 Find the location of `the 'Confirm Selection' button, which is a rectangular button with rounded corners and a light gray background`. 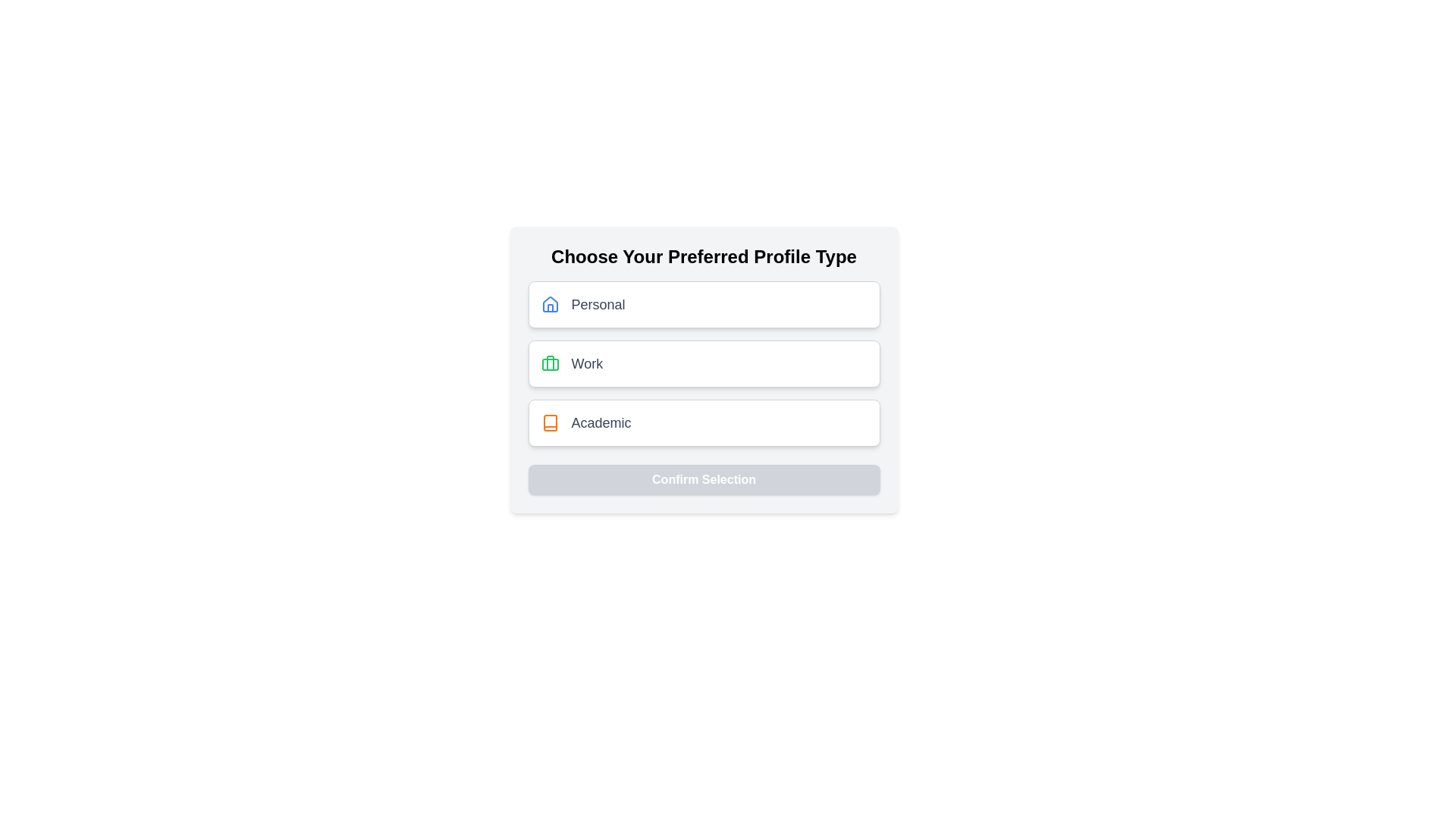

the 'Confirm Selection' button, which is a rectangular button with rounded corners and a light gray background is located at coordinates (703, 479).